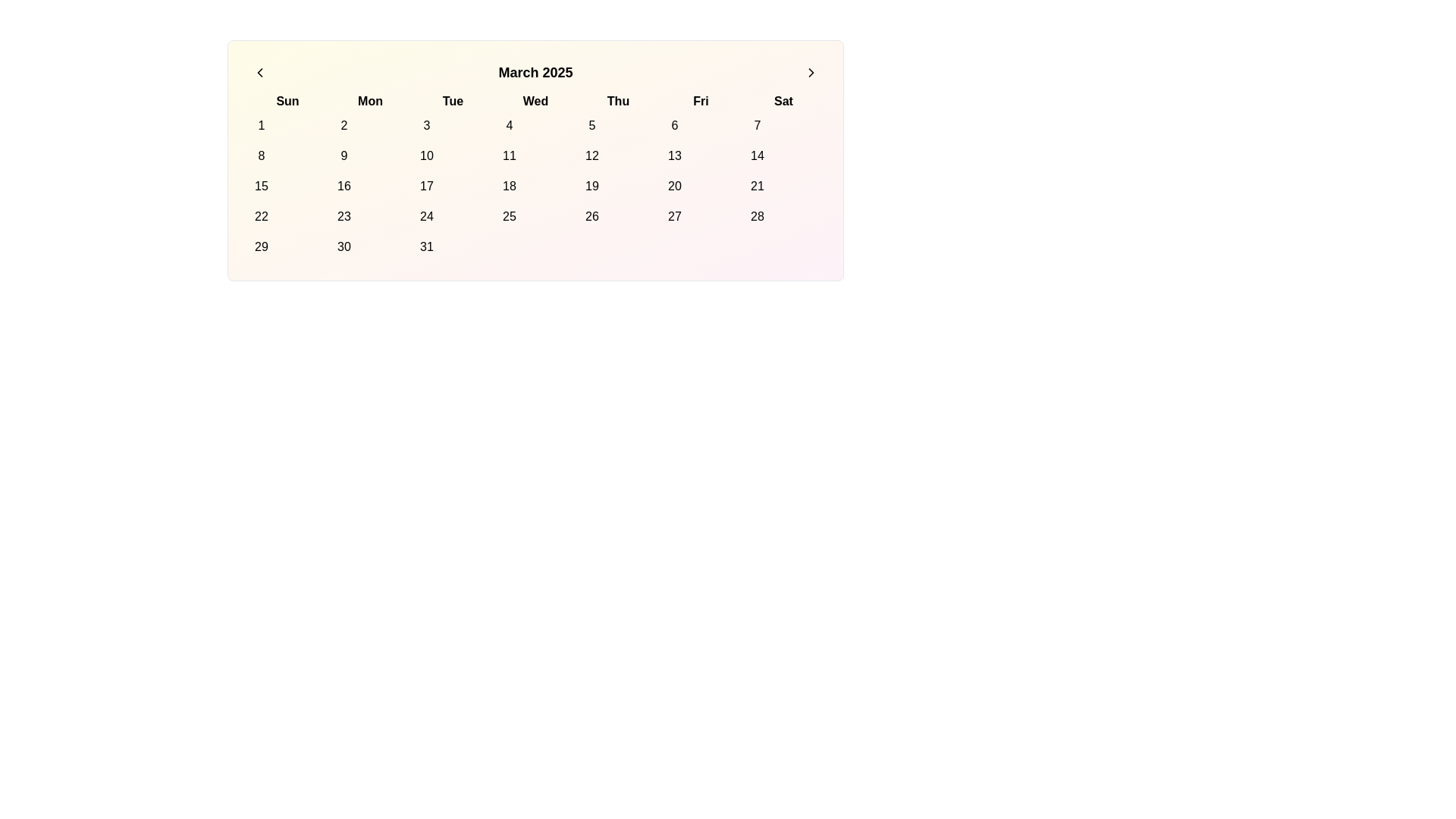  Describe the element at coordinates (618, 102) in the screenshot. I see `the content of the Text label representing 'Thu', which is the fifth abbreviation in the sequence of weekday labels in the calendar layout, positioned between 'Wed' and 'Fri'` at that location.